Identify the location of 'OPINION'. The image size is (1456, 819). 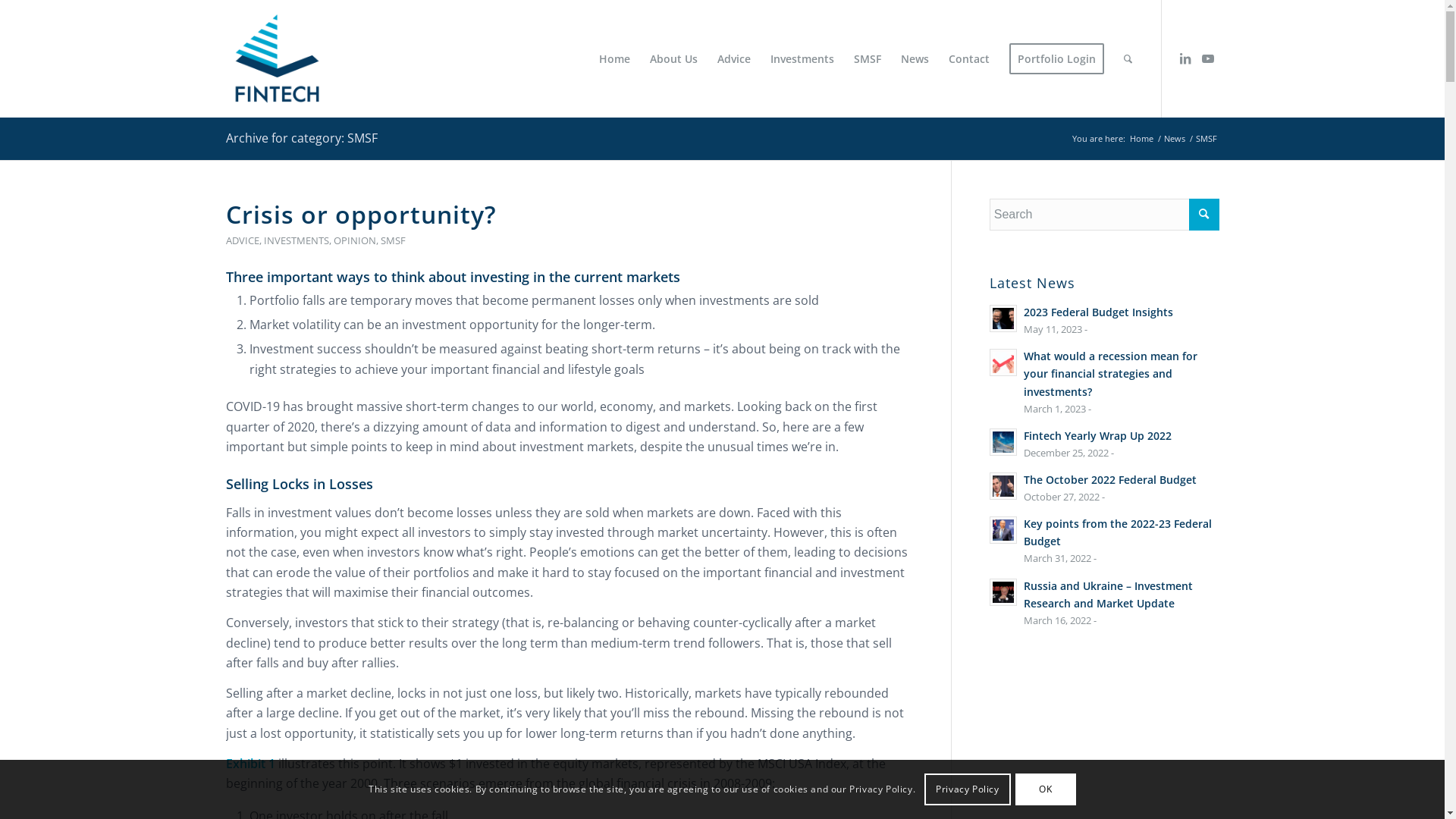
(333, 239).